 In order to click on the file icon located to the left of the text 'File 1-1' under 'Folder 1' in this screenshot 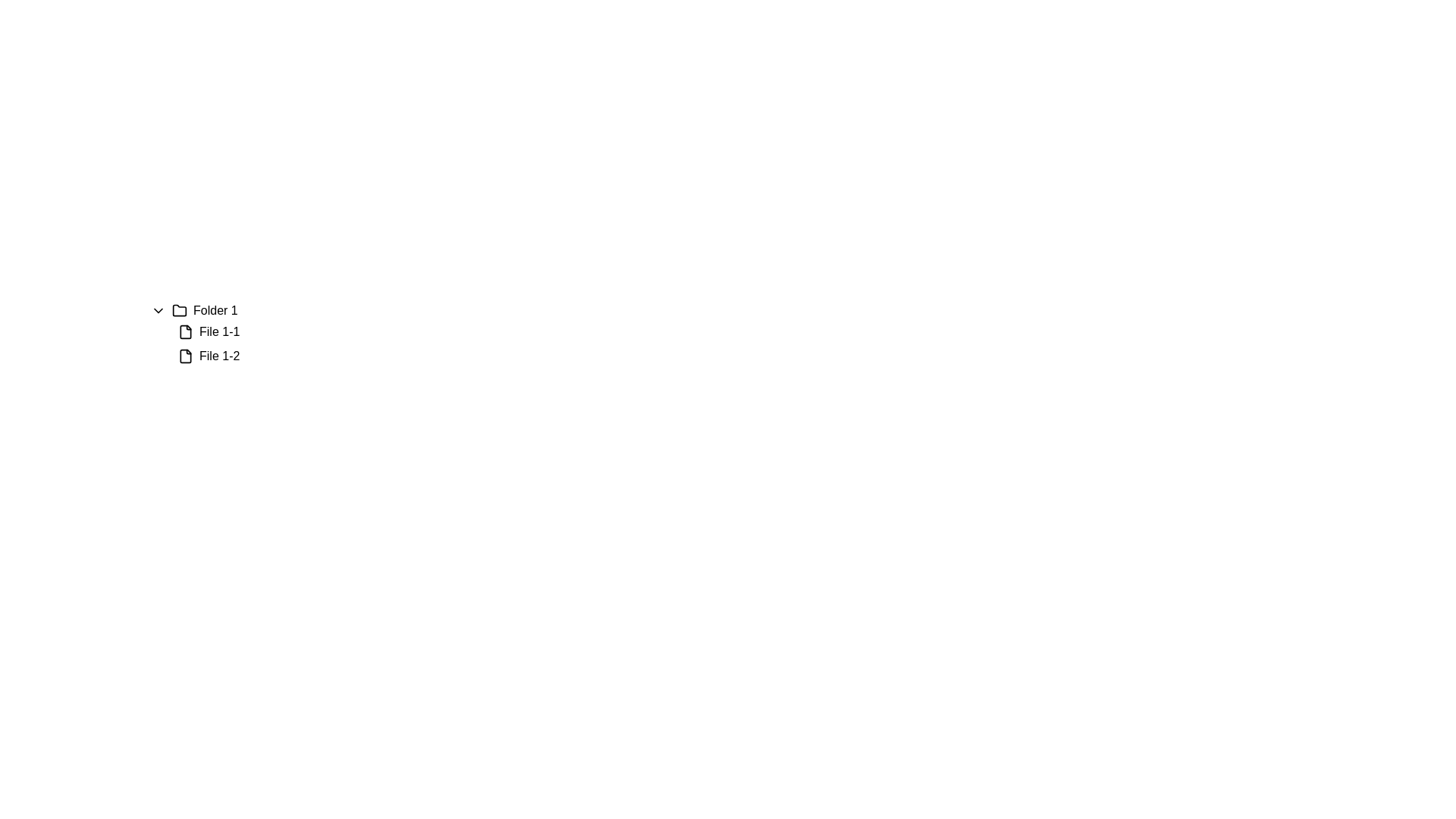, I will do `click(184, 331)`.